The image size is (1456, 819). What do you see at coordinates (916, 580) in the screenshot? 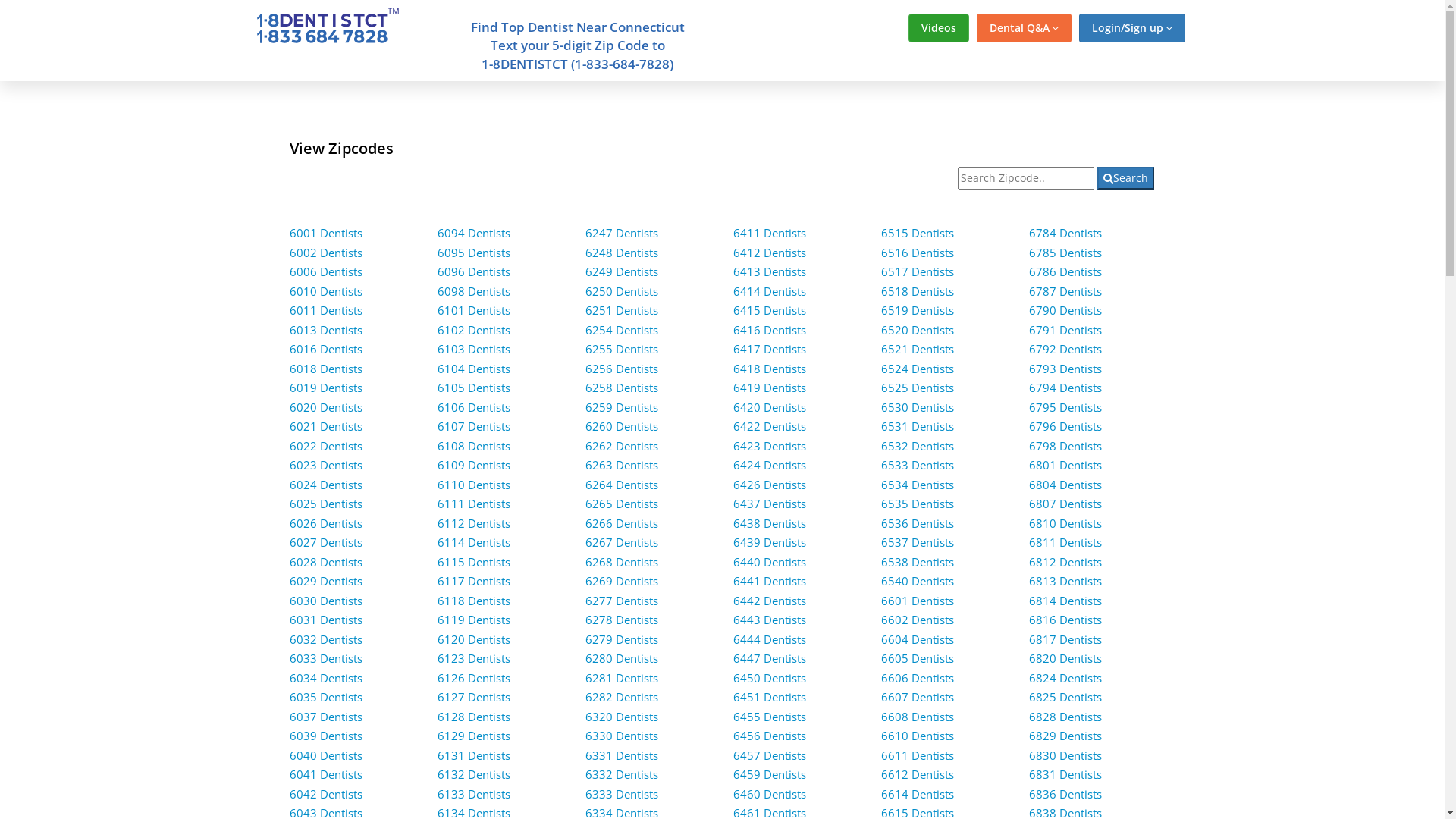
I see `'6540 Dentists'` at bounding box center [916, 580].